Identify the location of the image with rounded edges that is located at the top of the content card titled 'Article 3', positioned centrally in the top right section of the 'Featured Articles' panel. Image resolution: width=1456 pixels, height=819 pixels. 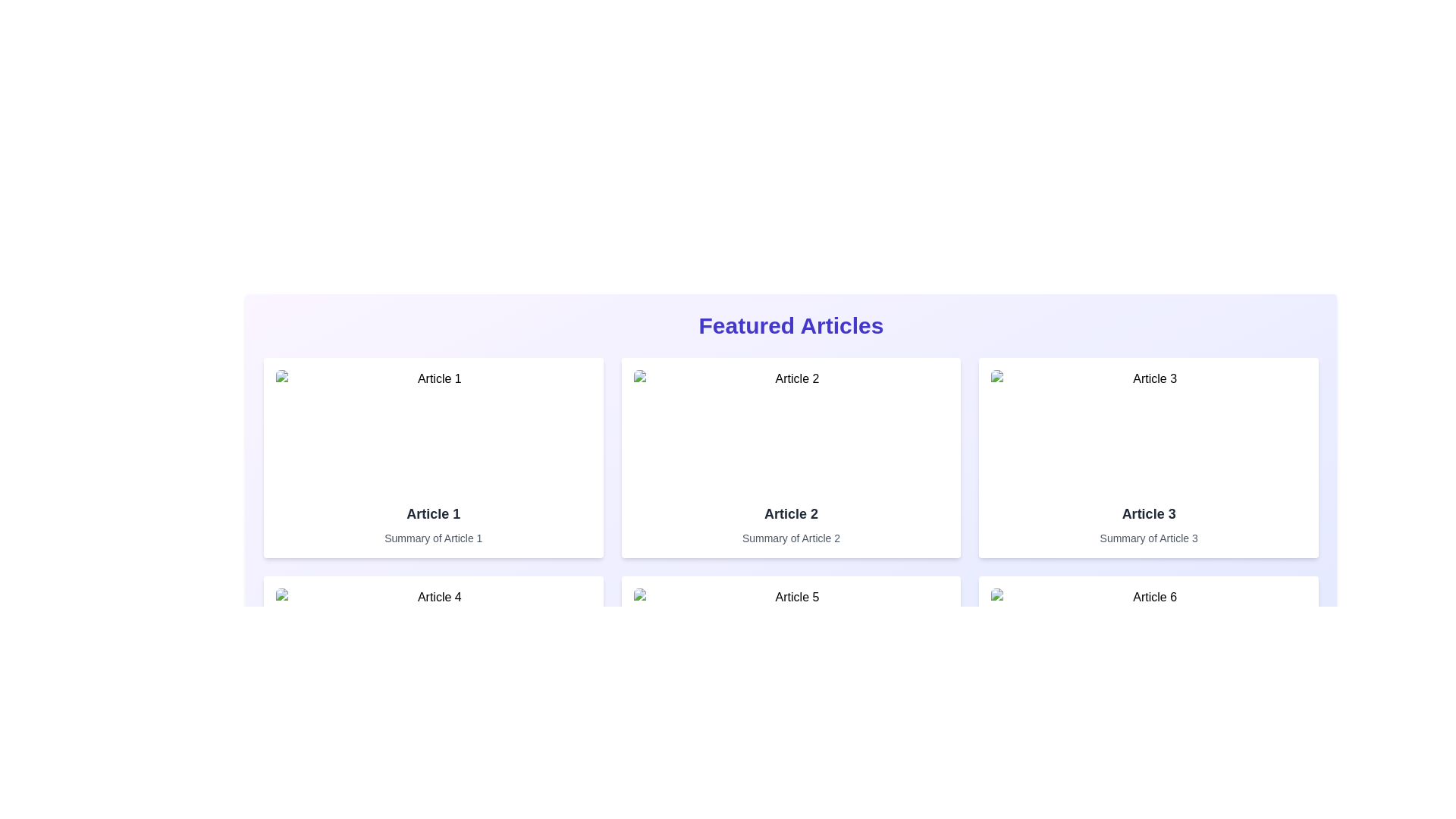
(1149, 430).